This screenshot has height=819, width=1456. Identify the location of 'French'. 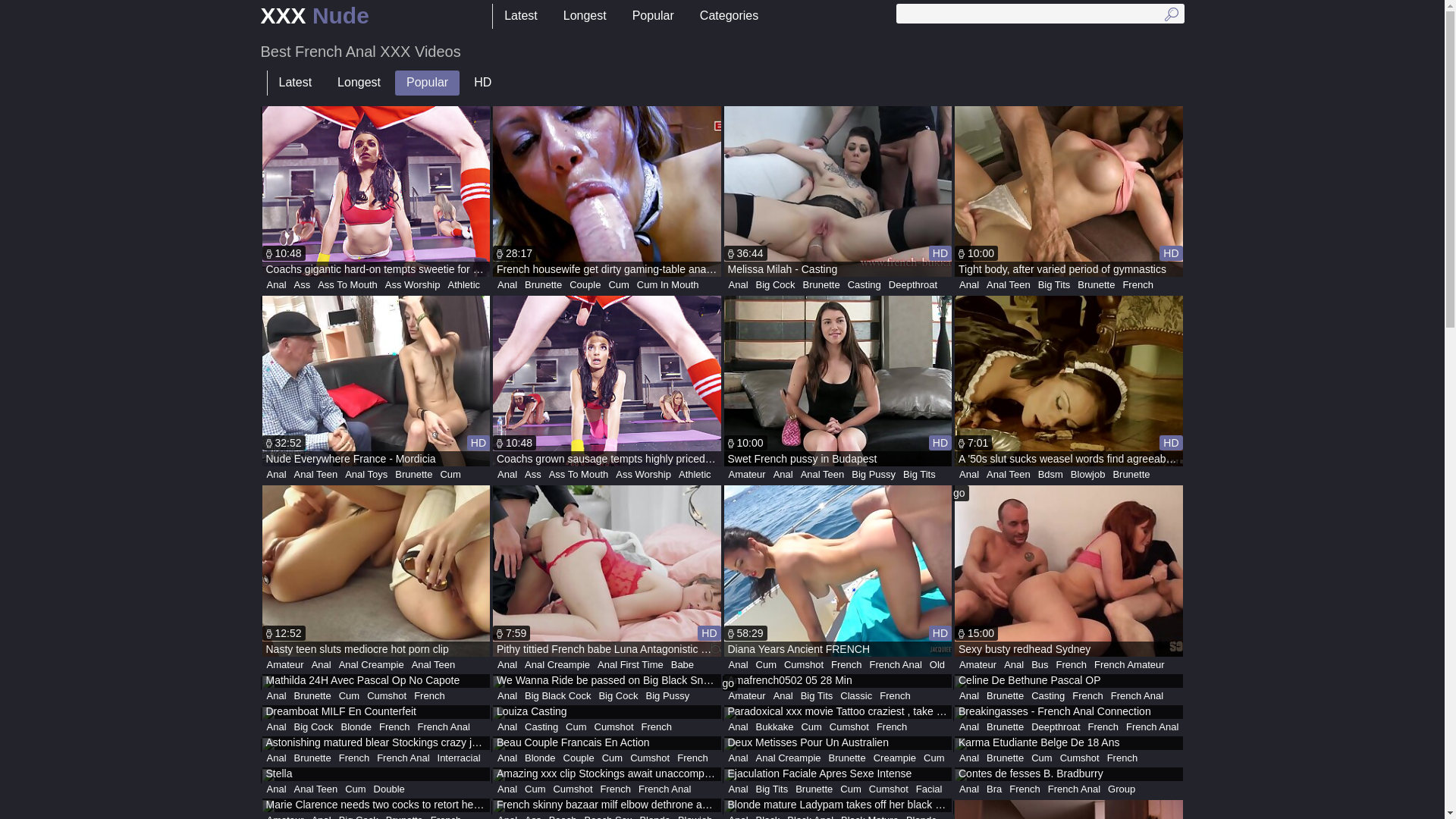
(615, 789).